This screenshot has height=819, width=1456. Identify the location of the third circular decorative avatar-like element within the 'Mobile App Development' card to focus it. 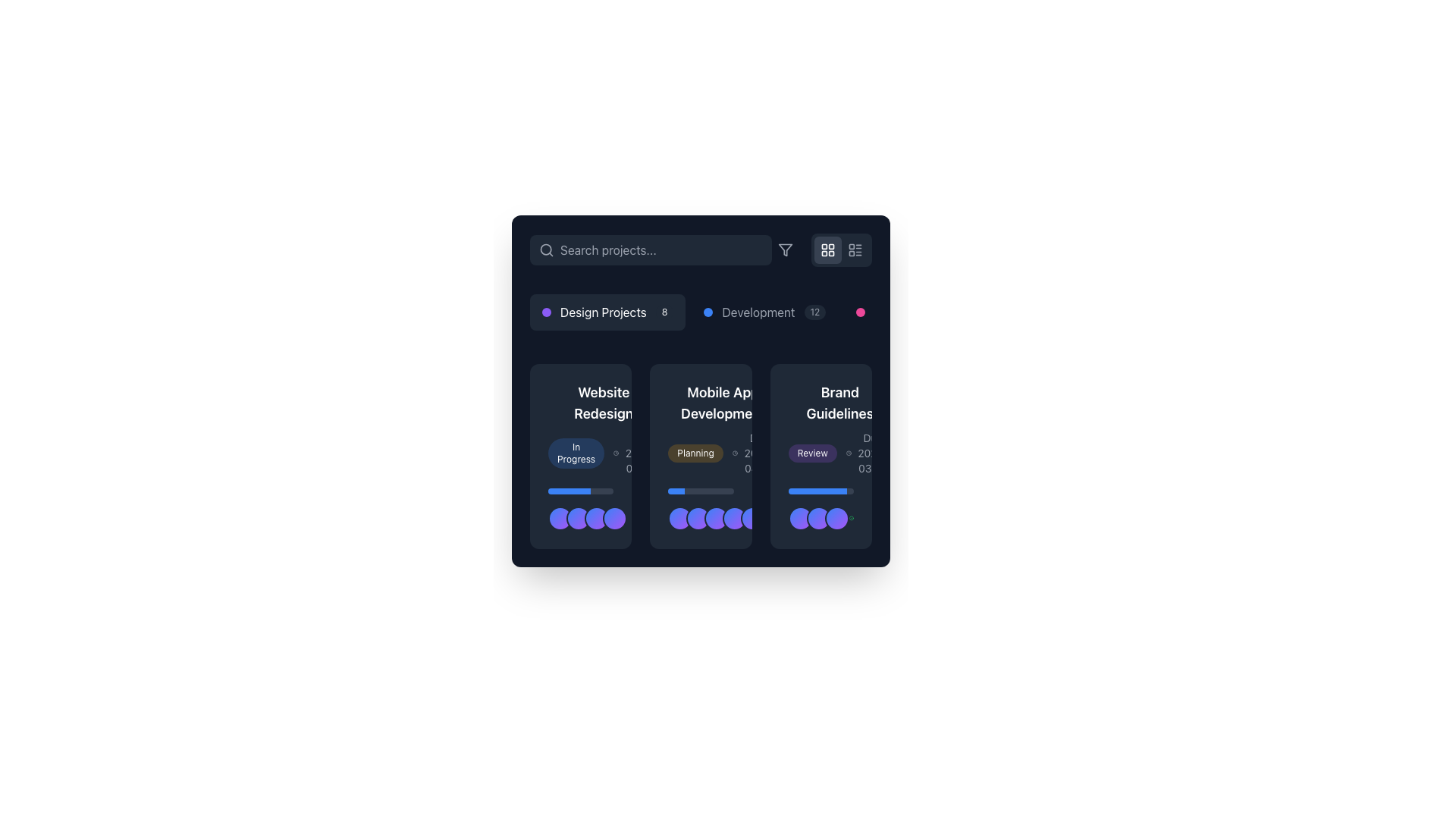
(700, 517).